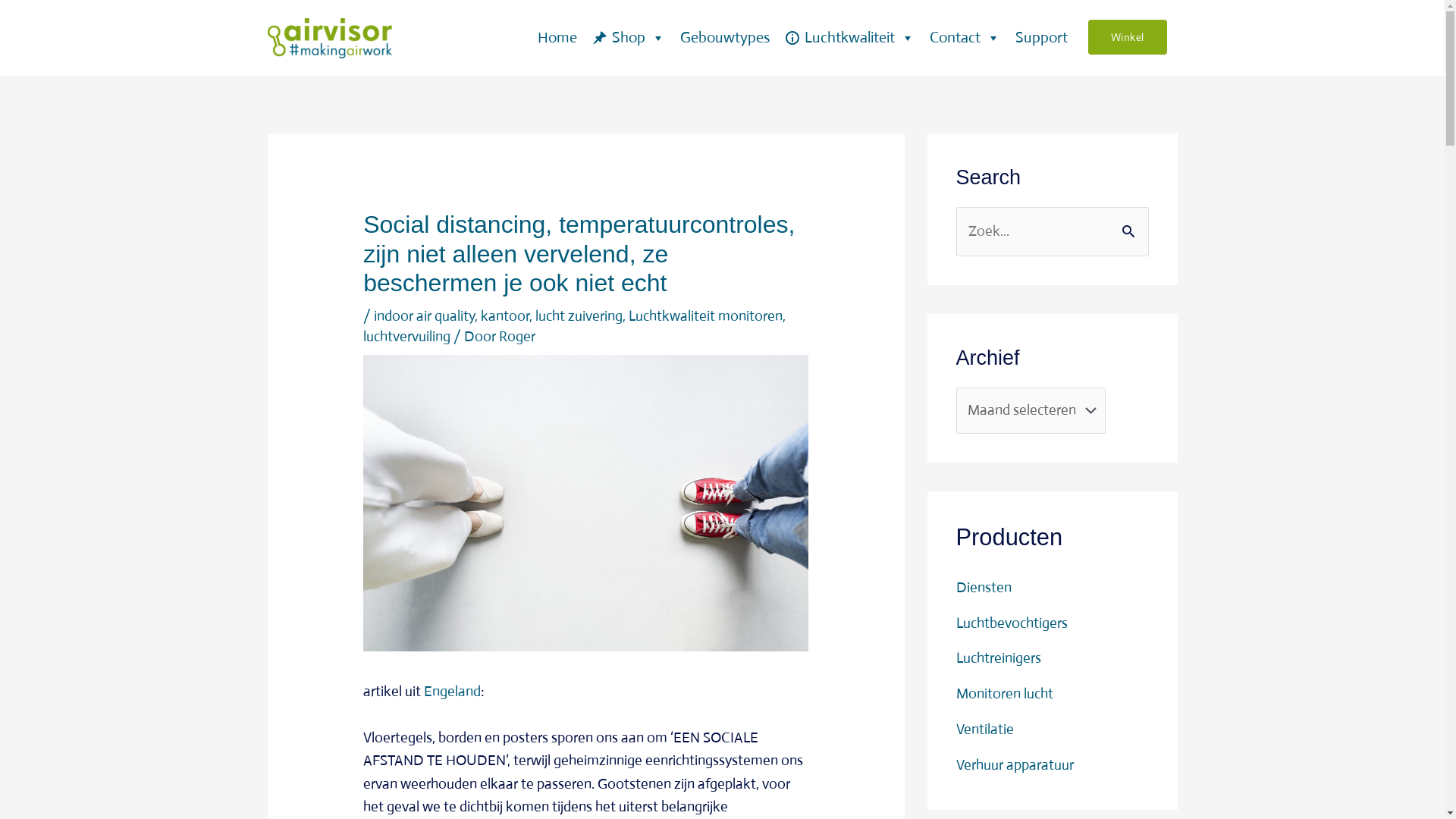 Image resolution: width=1456 pixels, height=819 pixels. Describe the element at coordinates (964, 37) in the screenshot. I see `'Contact'` at that location.